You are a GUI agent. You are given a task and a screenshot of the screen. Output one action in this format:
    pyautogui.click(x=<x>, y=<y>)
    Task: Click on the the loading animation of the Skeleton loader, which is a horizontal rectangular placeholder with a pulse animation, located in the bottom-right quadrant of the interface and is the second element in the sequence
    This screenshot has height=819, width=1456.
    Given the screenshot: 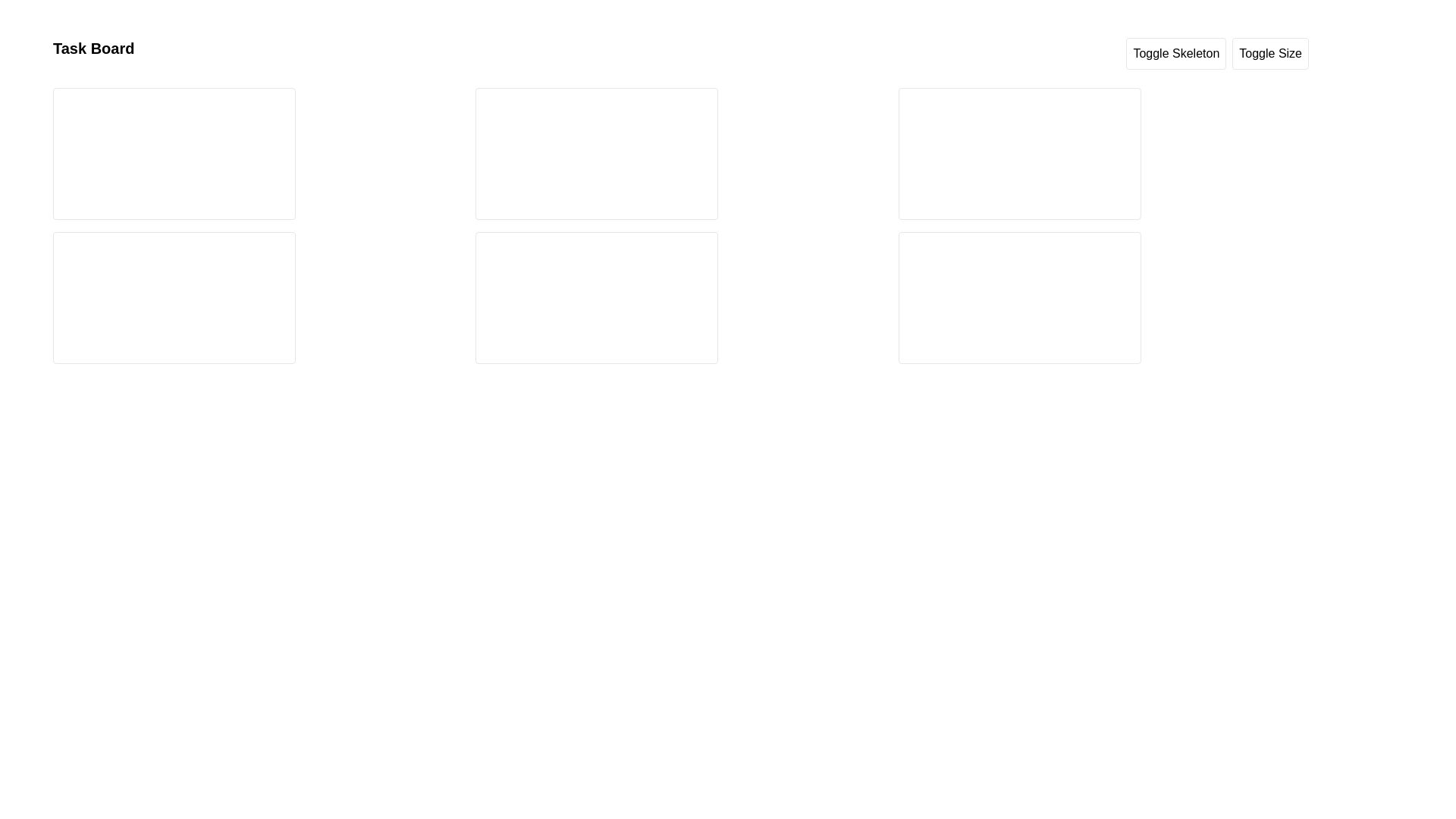 What is the action you would take?
    pyautogui.click(x=1037, y=259)
    